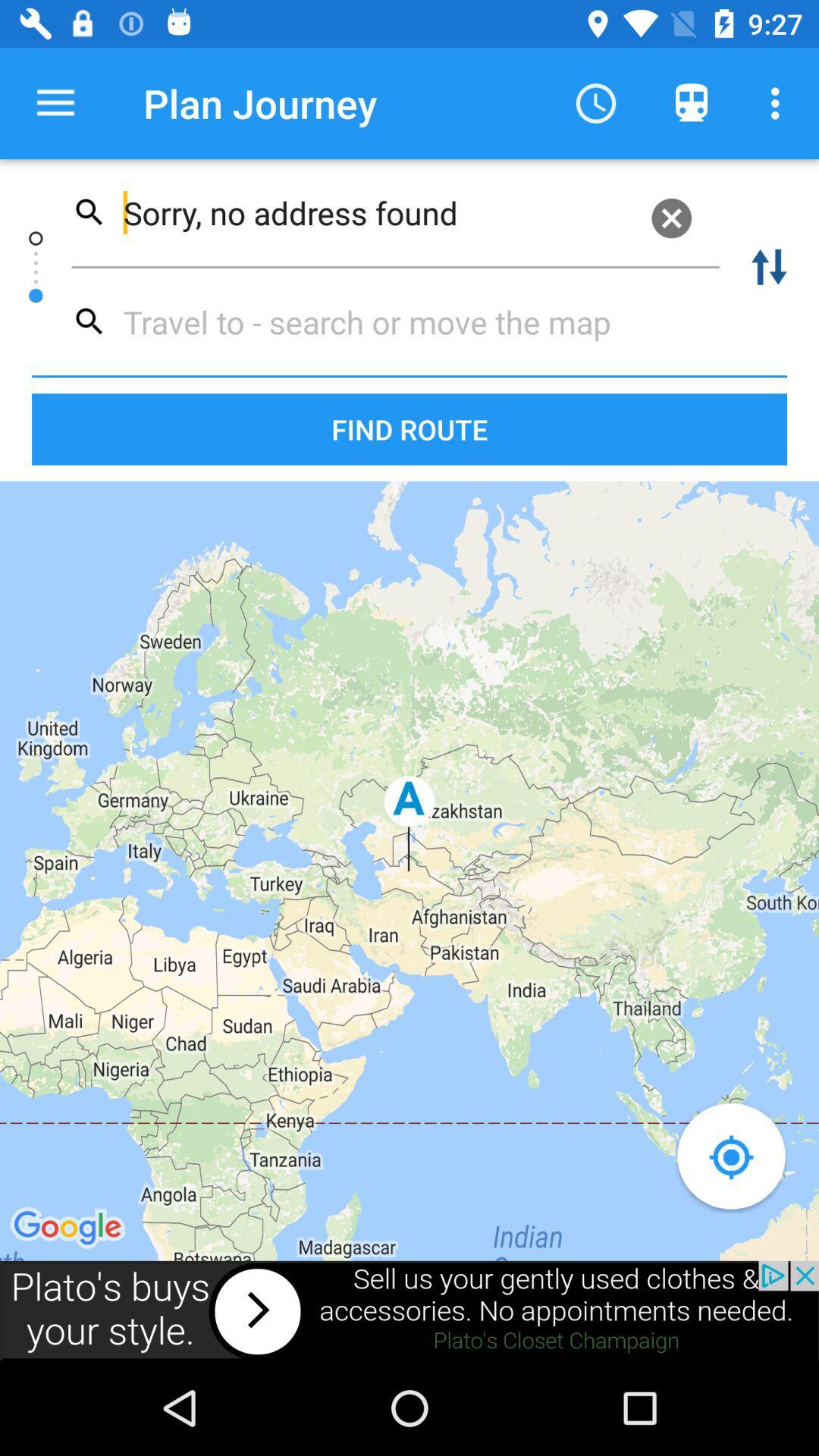 The height and width of the screenshot is (1456, 819). I want to click on the swap icon, so click(769, 267).